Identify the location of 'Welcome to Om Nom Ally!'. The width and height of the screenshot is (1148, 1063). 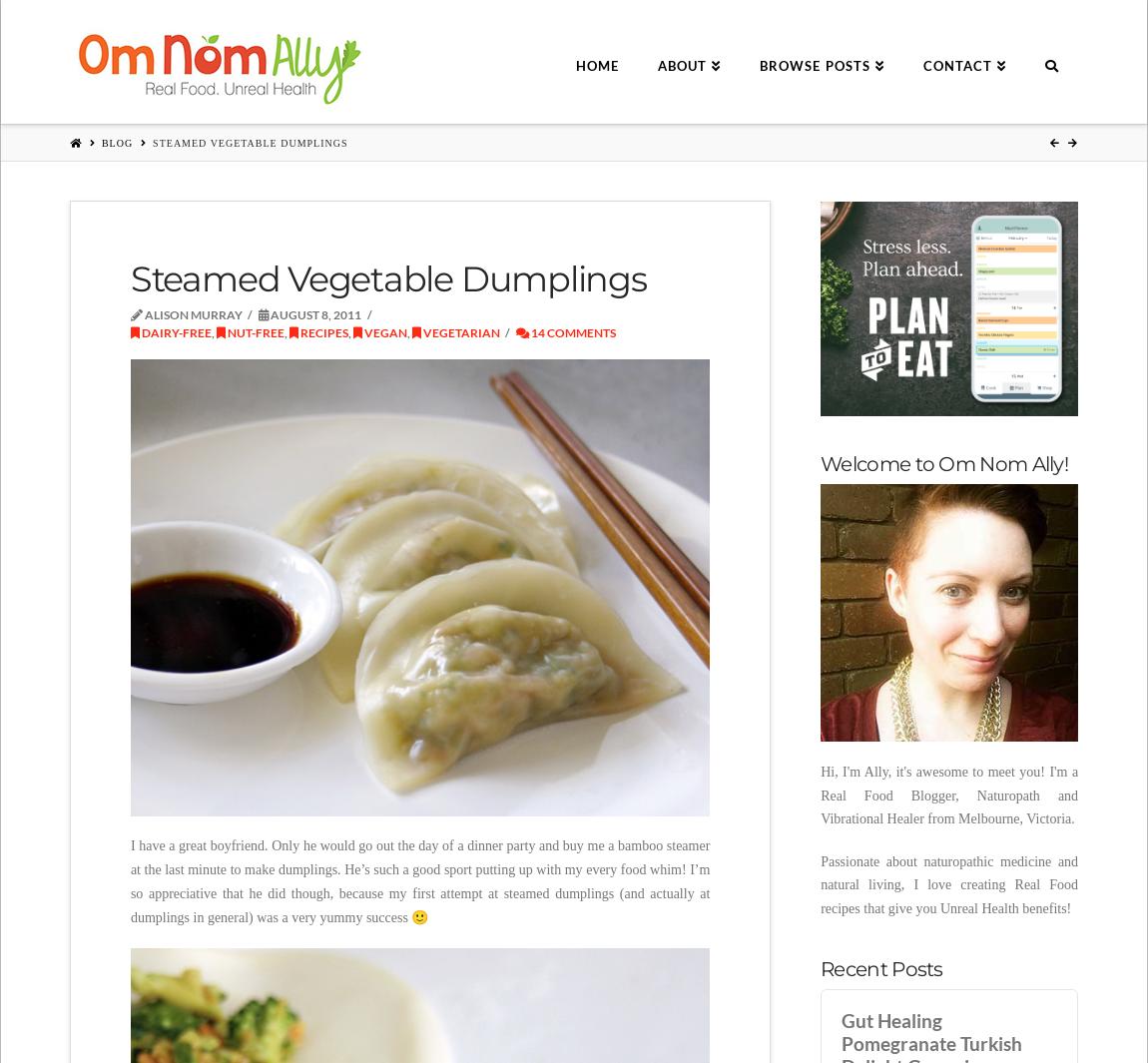
(943, 462).